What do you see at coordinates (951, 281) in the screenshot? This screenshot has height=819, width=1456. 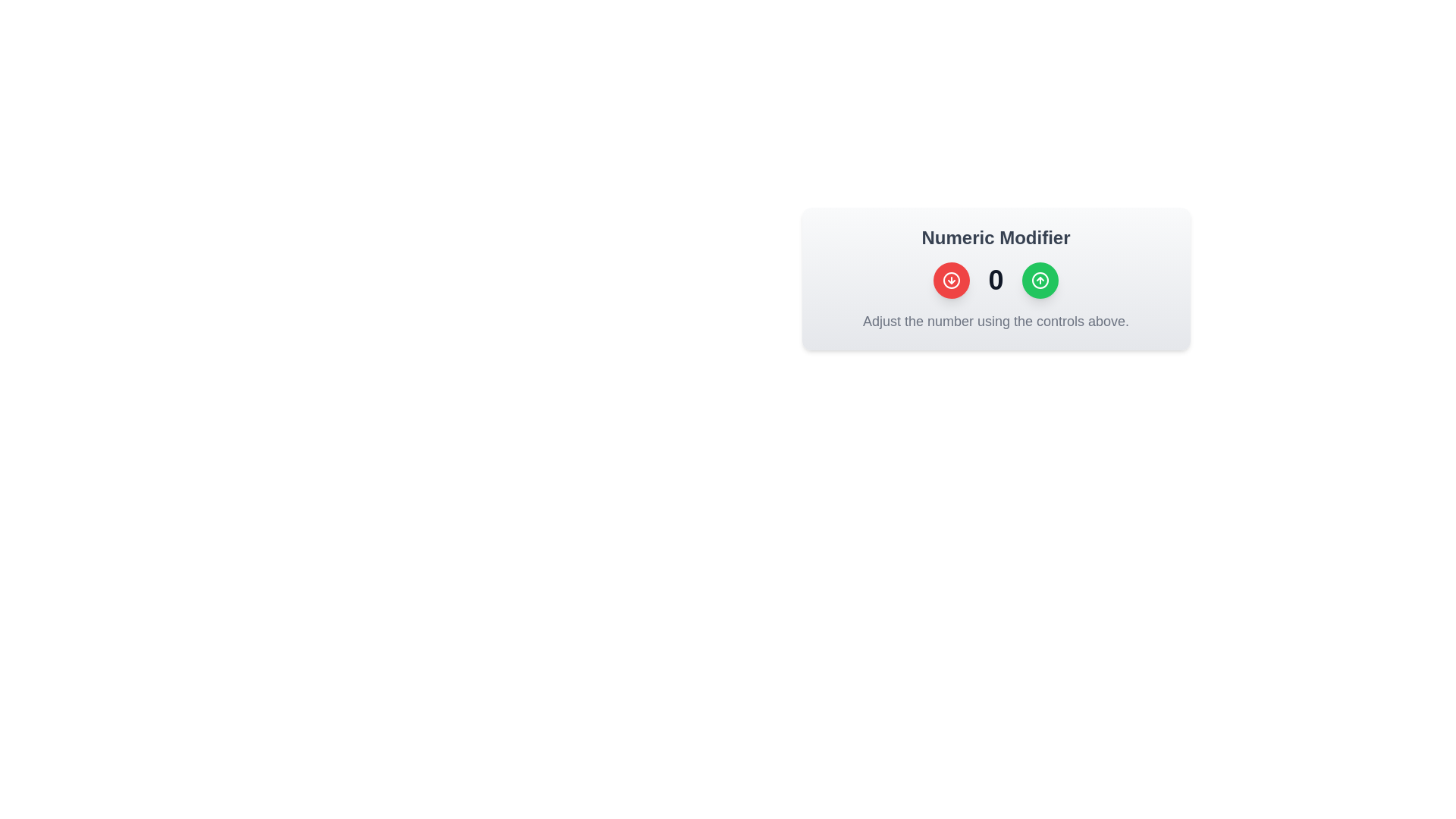 I see `the decrement button located` at bounding box center [951, 281].